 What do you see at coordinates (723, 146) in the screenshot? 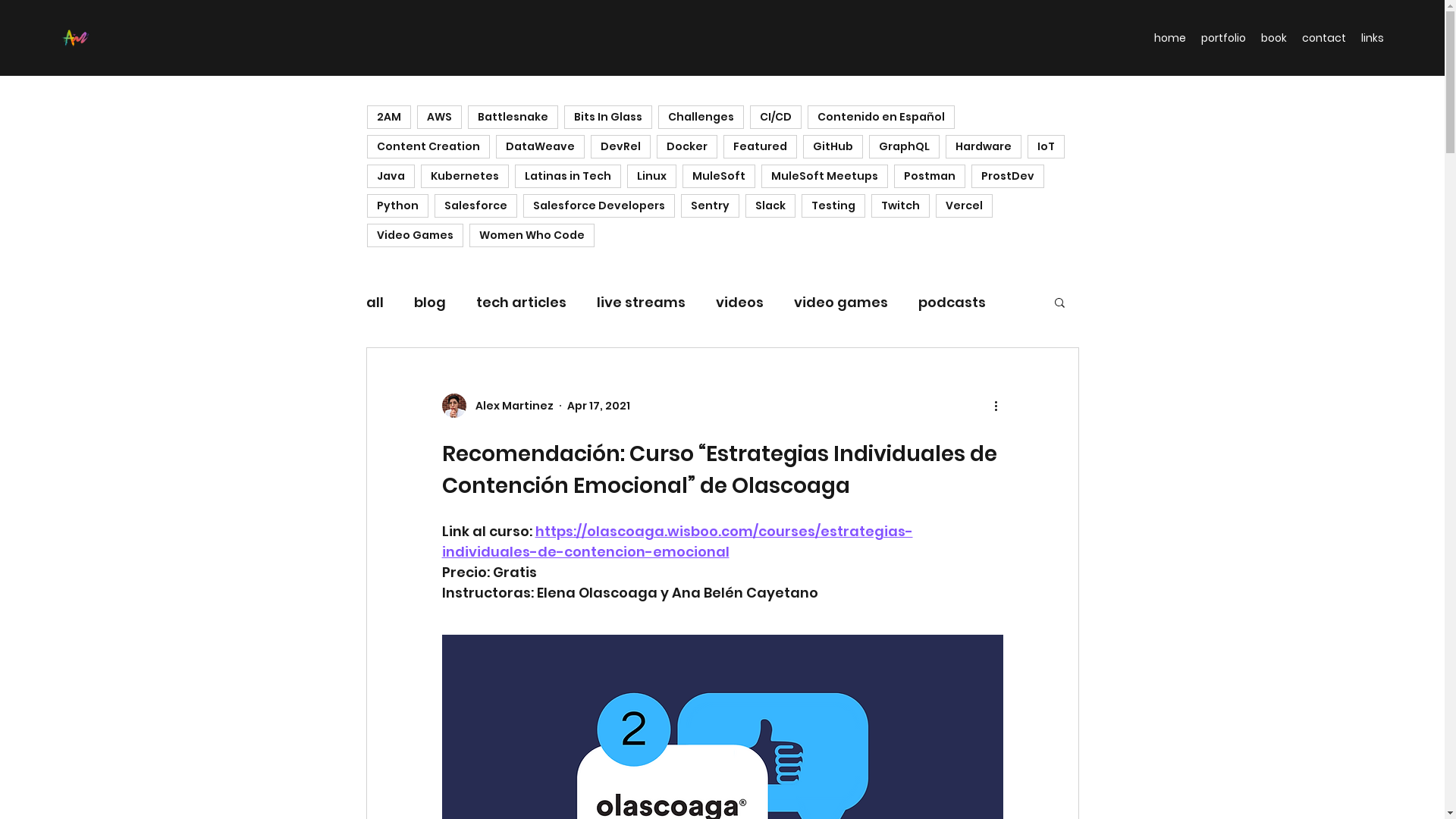
I see `'Featured'` at bounding box center [723, 146].